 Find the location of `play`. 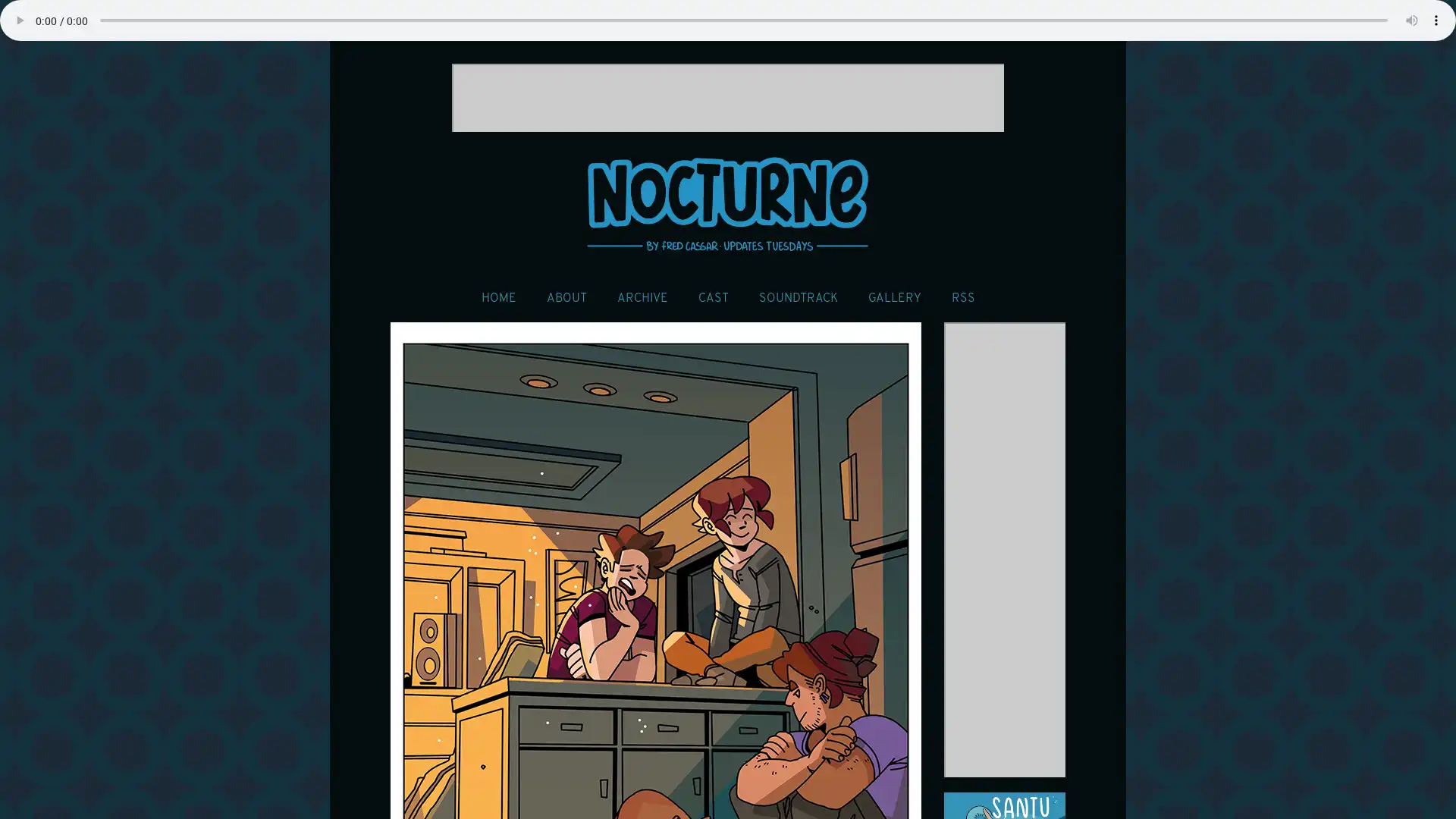

play is located at coordinates (19, 20).